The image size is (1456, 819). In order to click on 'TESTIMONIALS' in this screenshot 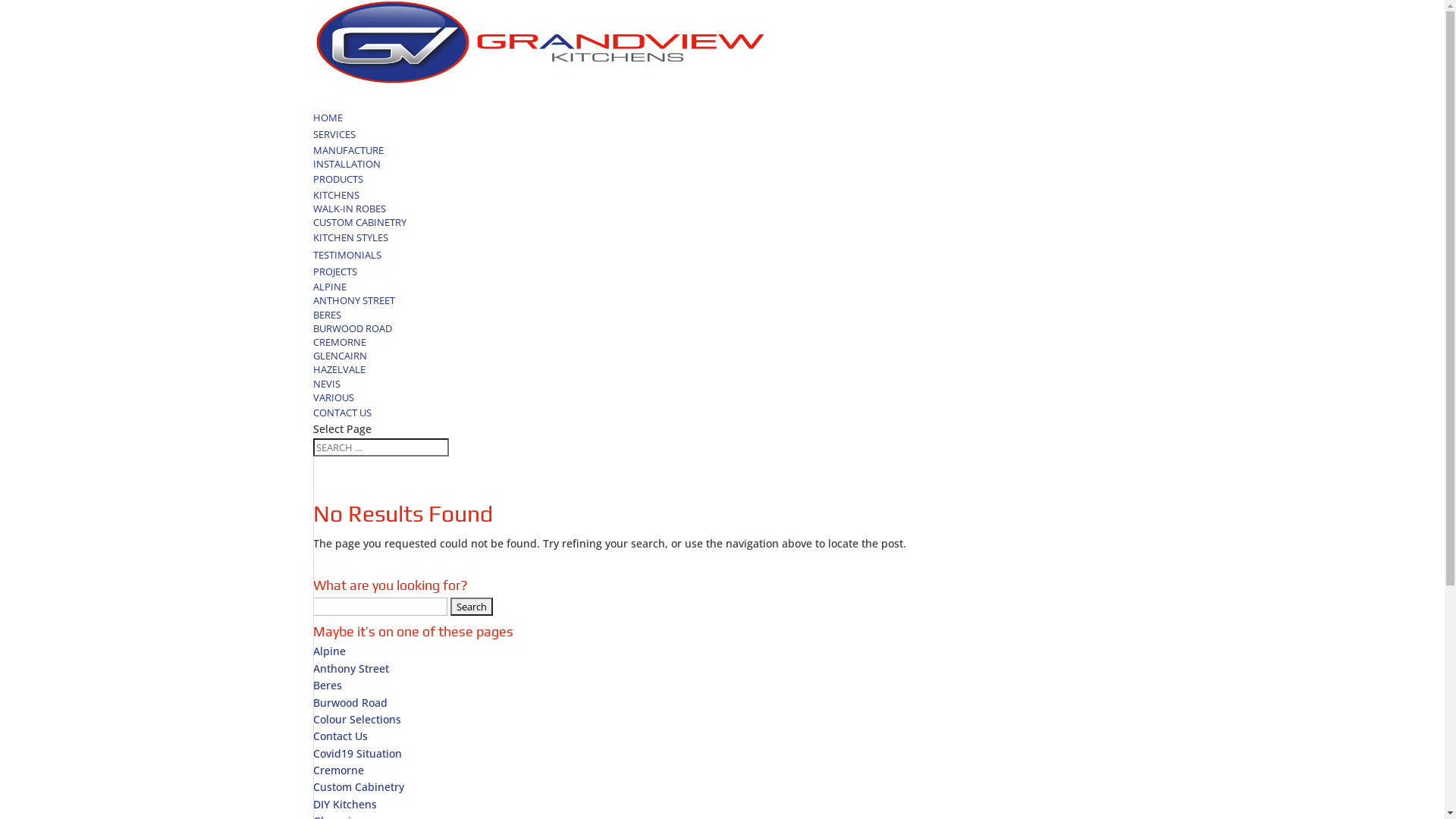, I will do `click(345, 262)`.